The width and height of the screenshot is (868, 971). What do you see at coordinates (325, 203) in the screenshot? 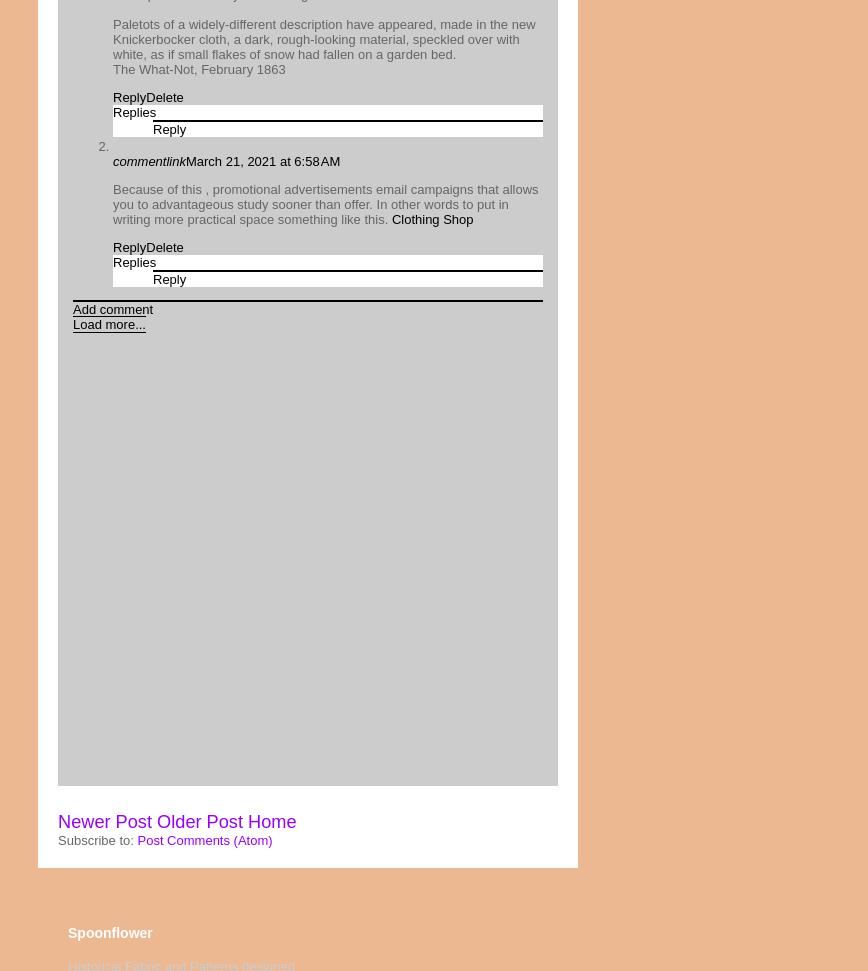
I see `'Because of this , promotional advertisements email campaigns that allows you to advantageous study sooner than offer. In other words to put in writing more practical space something like this.'` at bounding box center [325, 203].